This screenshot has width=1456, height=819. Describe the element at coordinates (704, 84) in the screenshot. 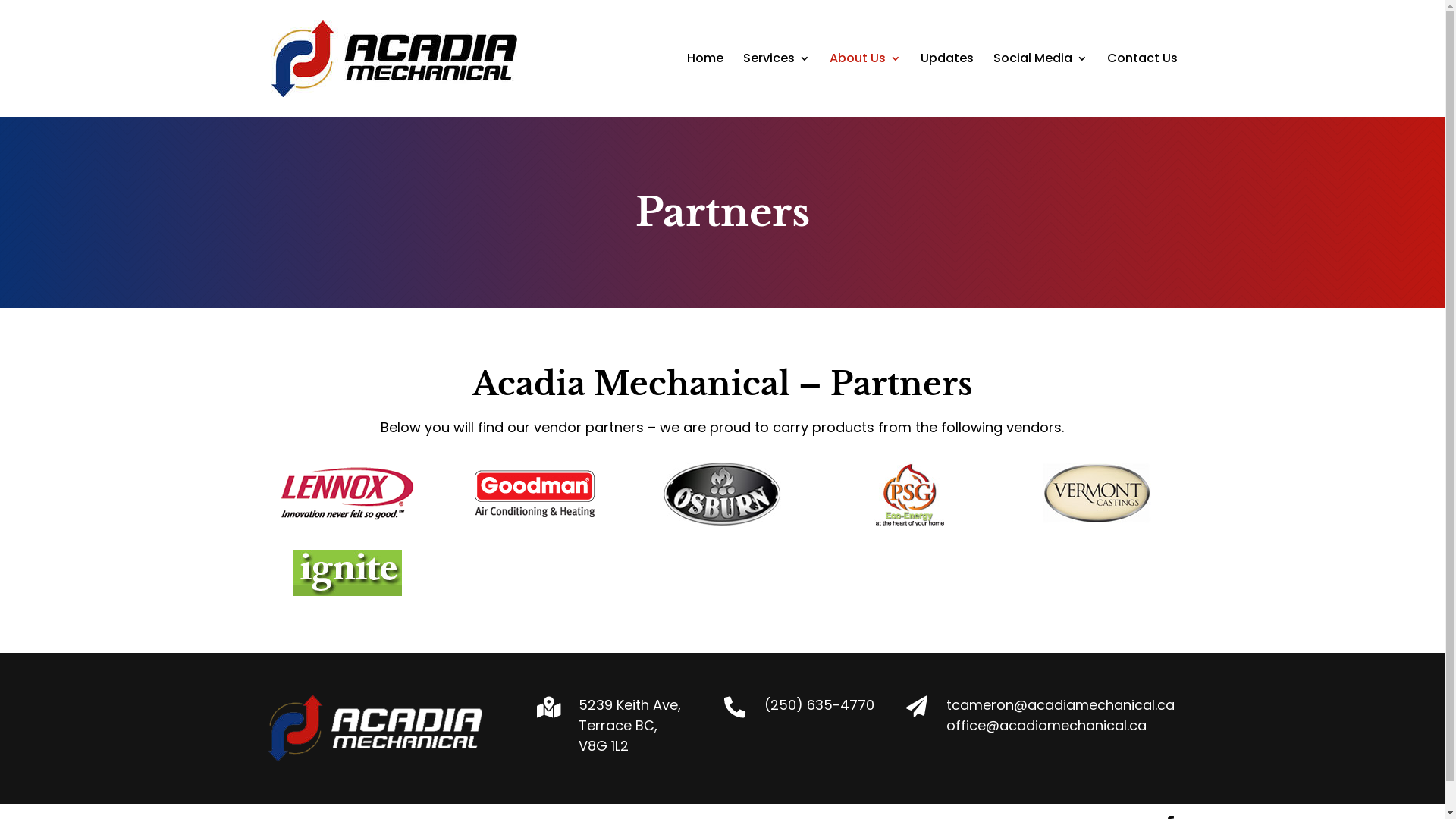

I see `'Home'` at that location.